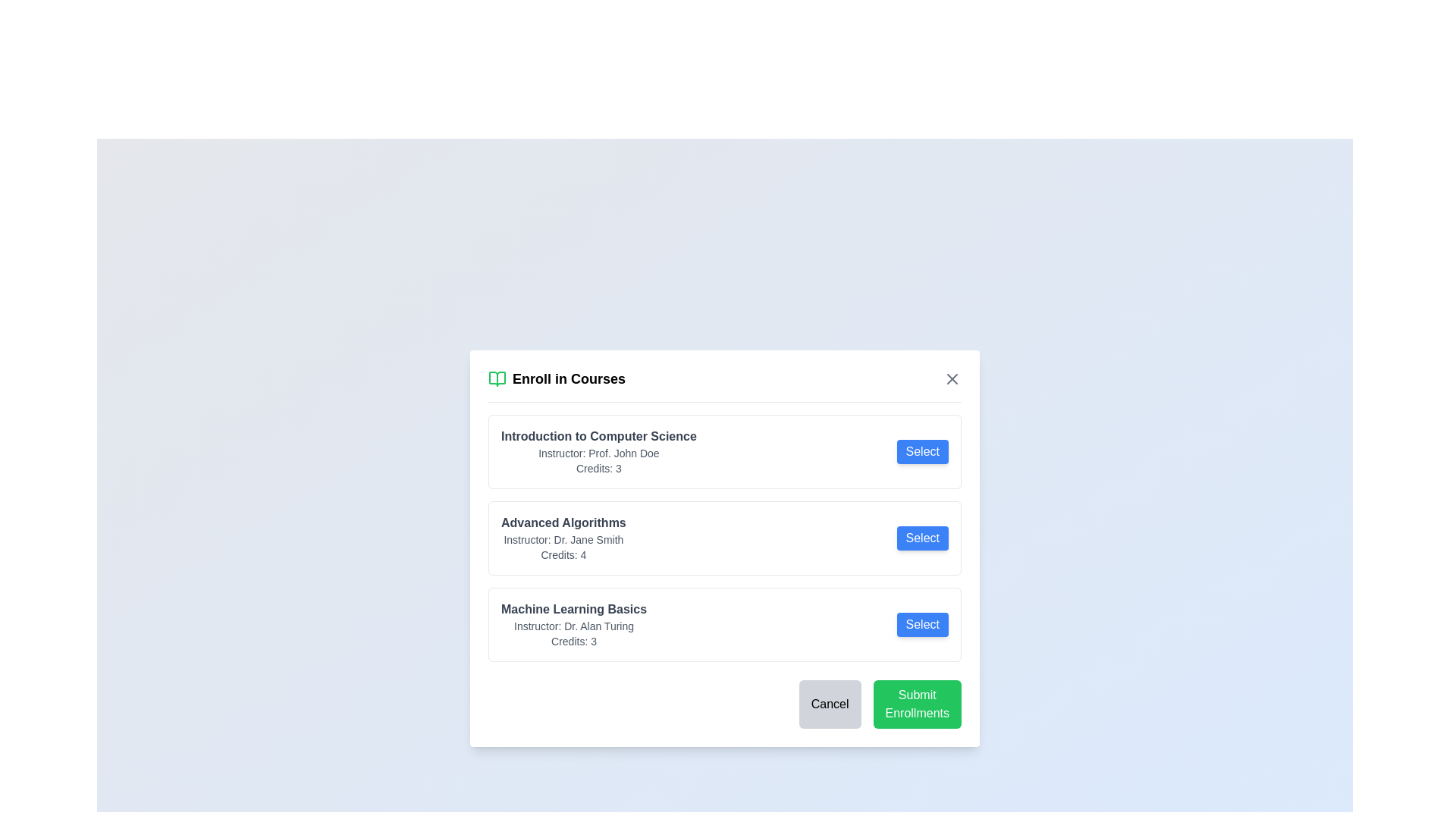 The width and height of the screenshot is (1456, 819). What do you see at coordinates (556, 378) in the screenshot?
I see `the heading labeled 'Enroll in Courses' with an open book icon, which is positioned at the top of the modal interface` at bounding box center [556, 378].